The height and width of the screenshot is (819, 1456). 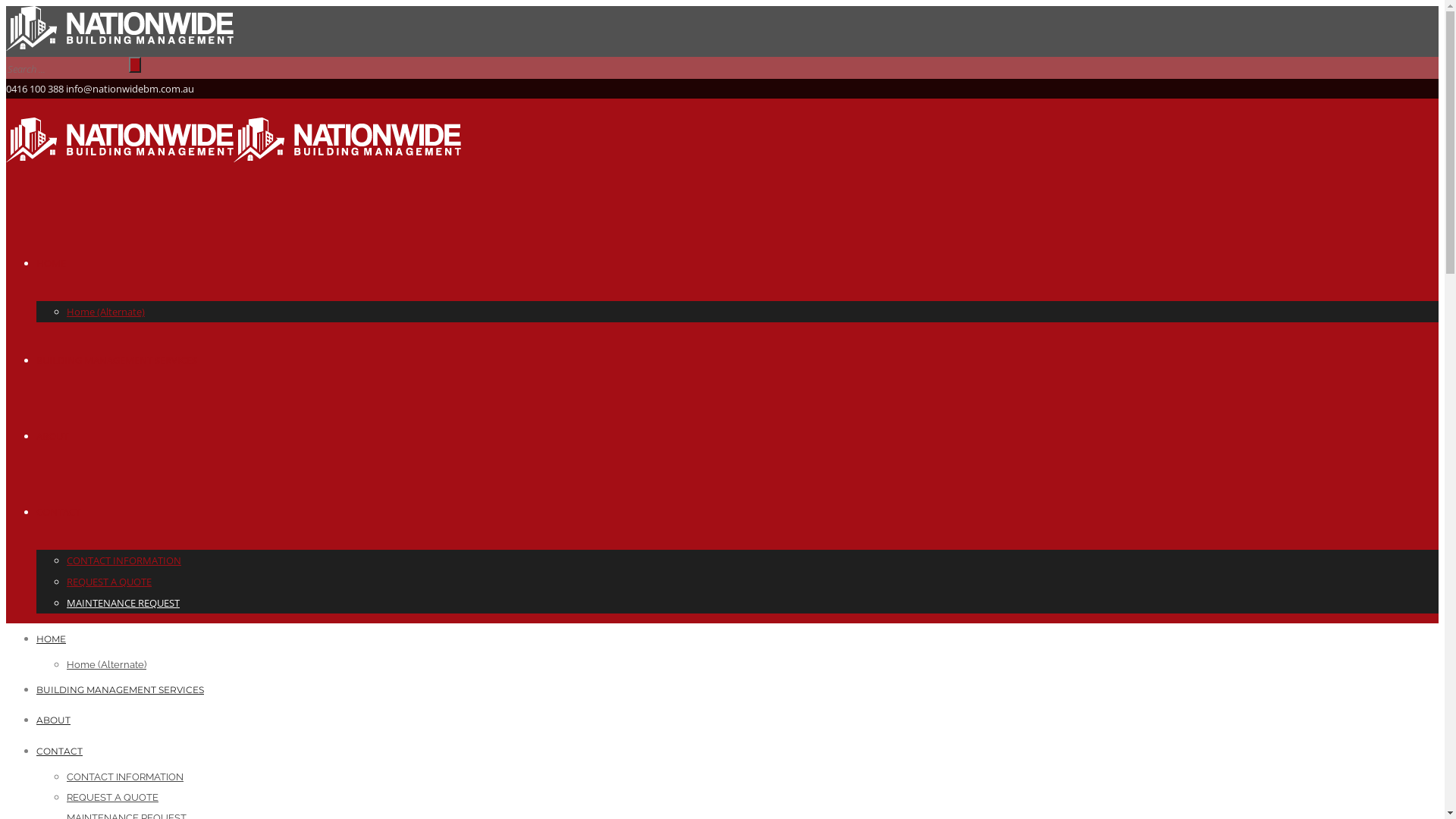 What do you see at coordinates (119, 689) in the screenshot?
I see `'BUILDING MANAGEMENT SERVICES'` at bounding box center [119, 689].